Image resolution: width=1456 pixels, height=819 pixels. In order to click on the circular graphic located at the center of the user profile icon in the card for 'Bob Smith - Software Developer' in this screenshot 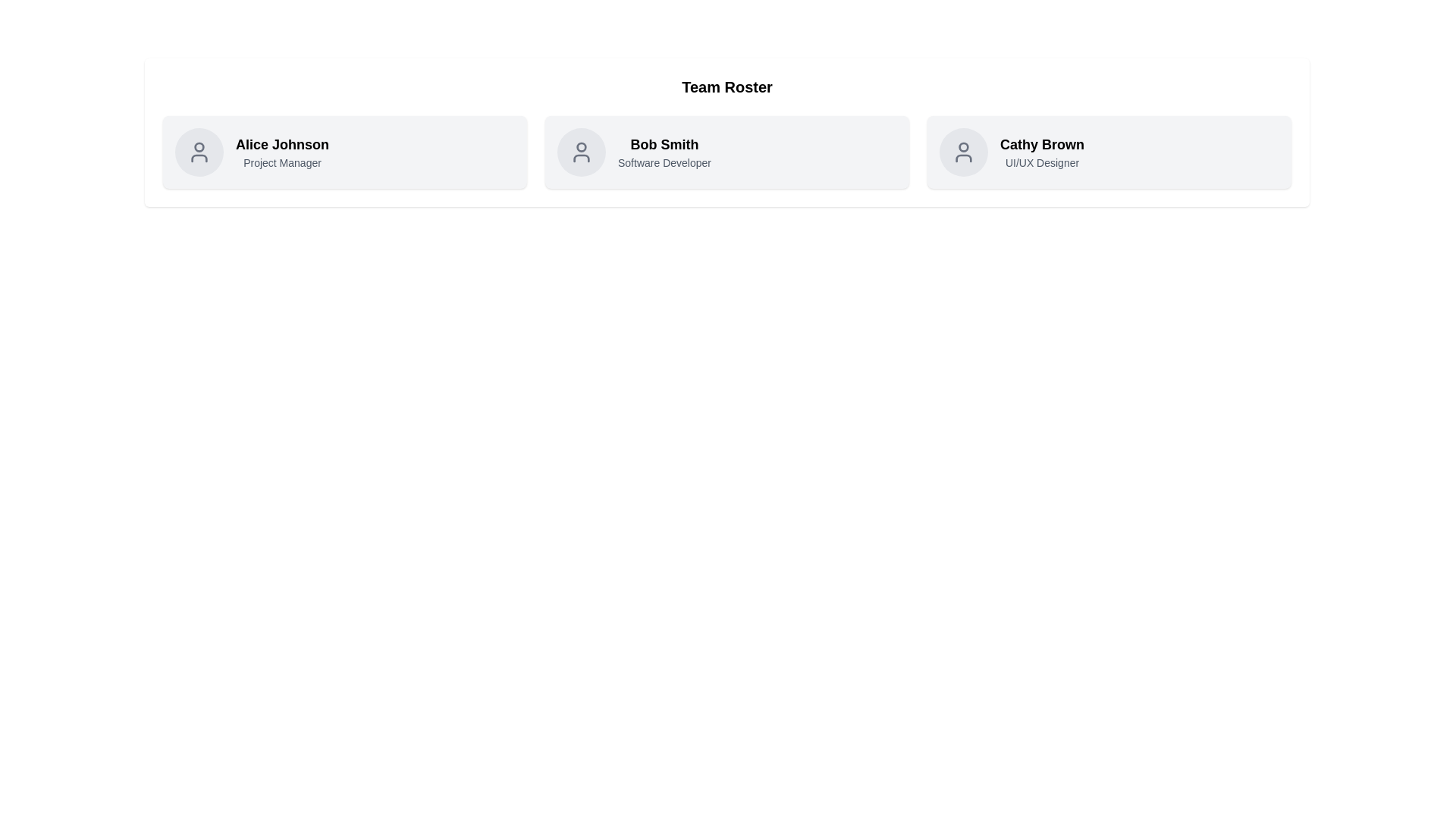, I will do `click(581, 146)`.